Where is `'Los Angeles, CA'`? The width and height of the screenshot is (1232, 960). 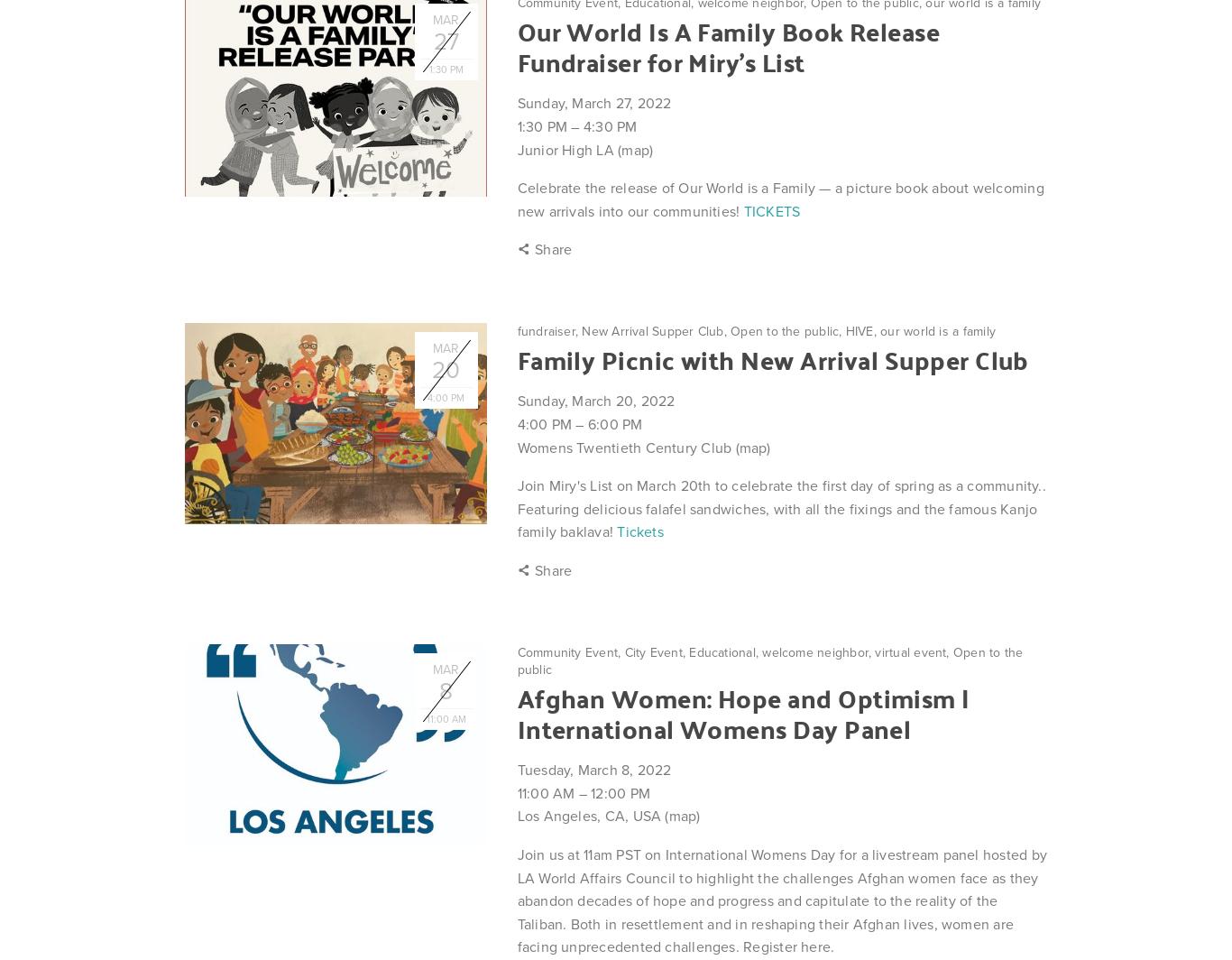
'Los Angeles, CA' is located at coordinates (570, 816).